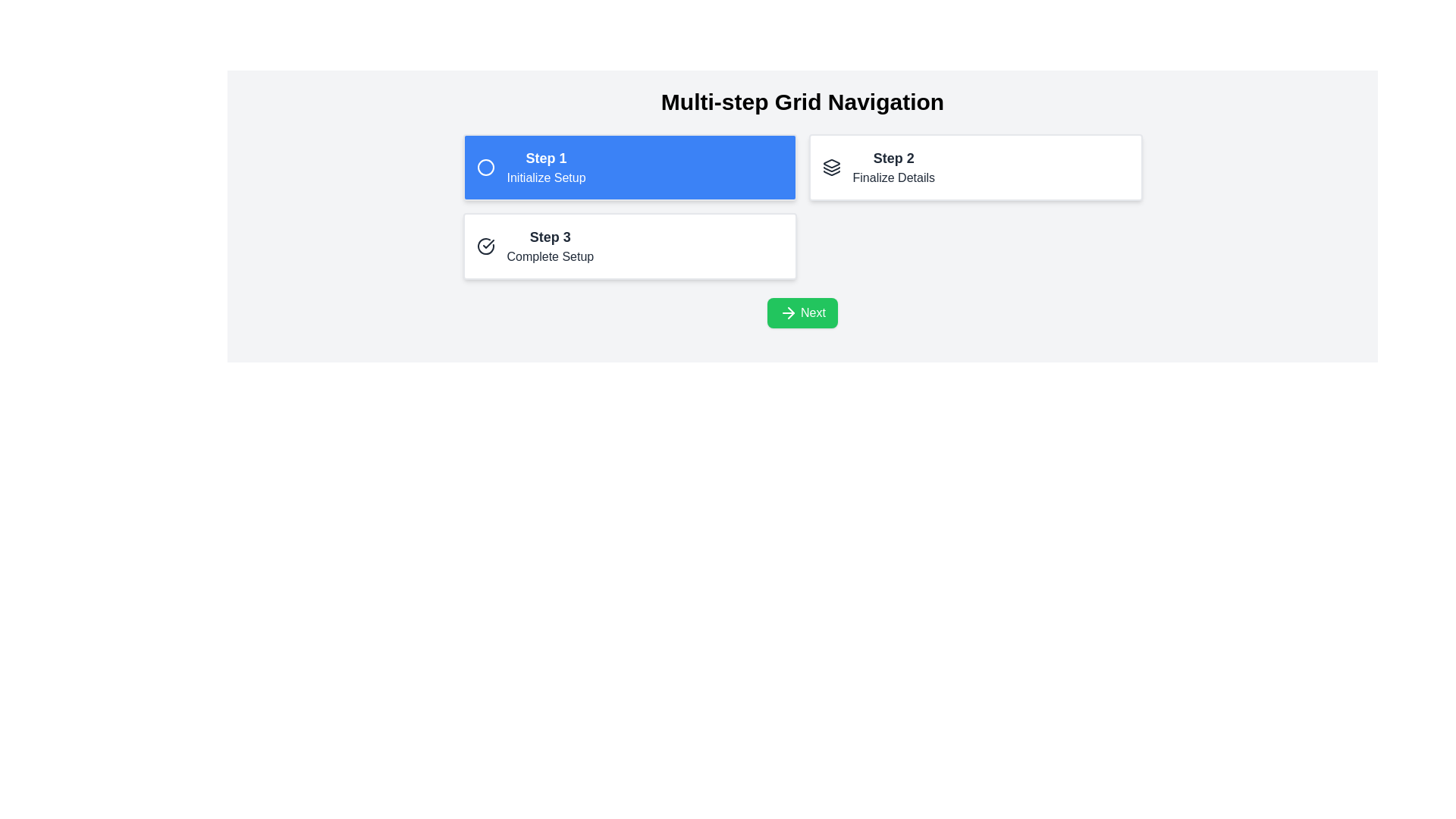 The height and width of the screenshot is (819, 1456). I want to click on the text label reading 'Initialize Setup' located in the blue rectangular section associated with 'Step 1' in the multi-step navigation interface, so click(546, 177).